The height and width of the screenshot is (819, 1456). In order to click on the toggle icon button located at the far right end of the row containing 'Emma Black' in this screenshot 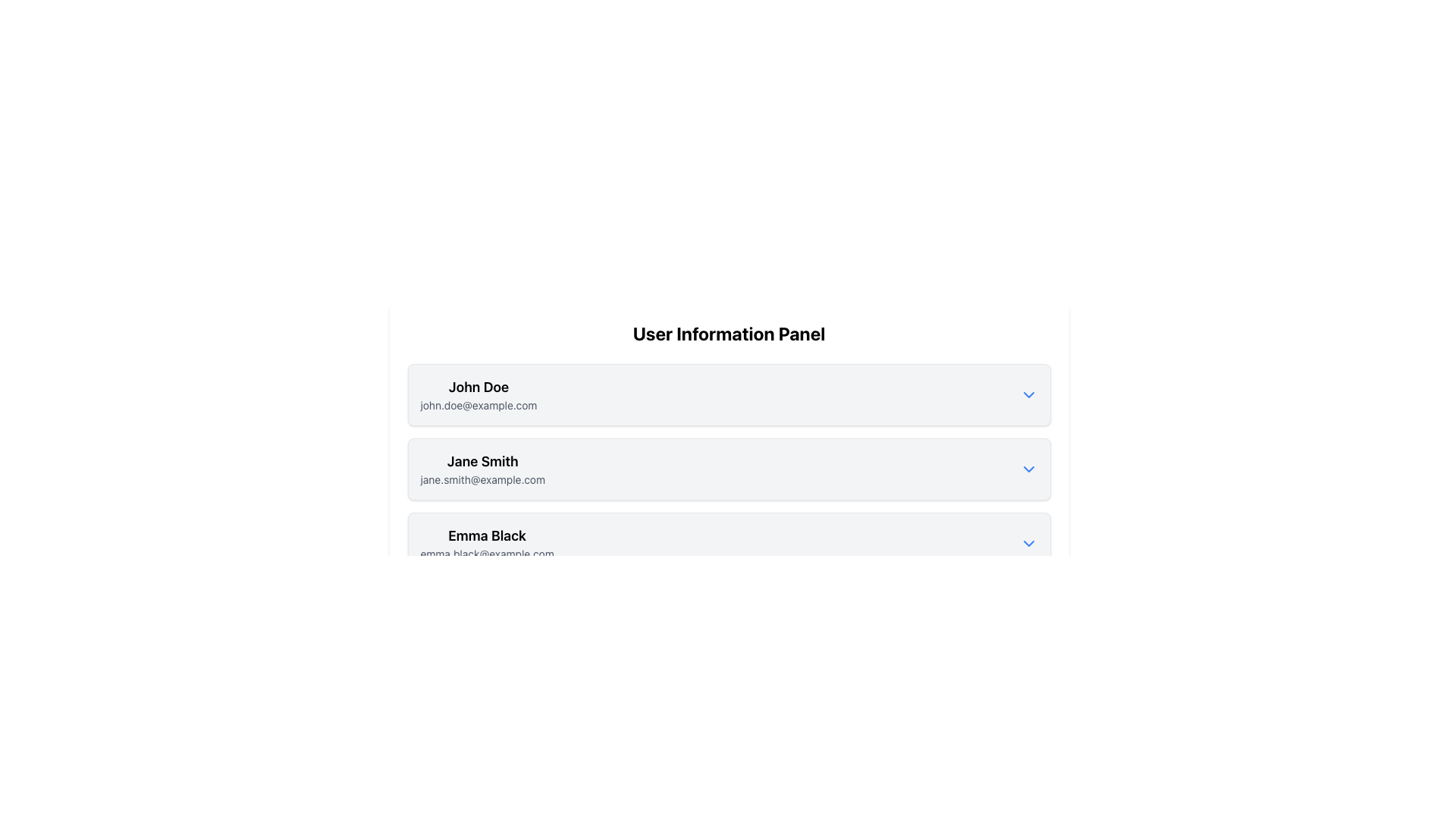, I will do `click(1028, 543)`.